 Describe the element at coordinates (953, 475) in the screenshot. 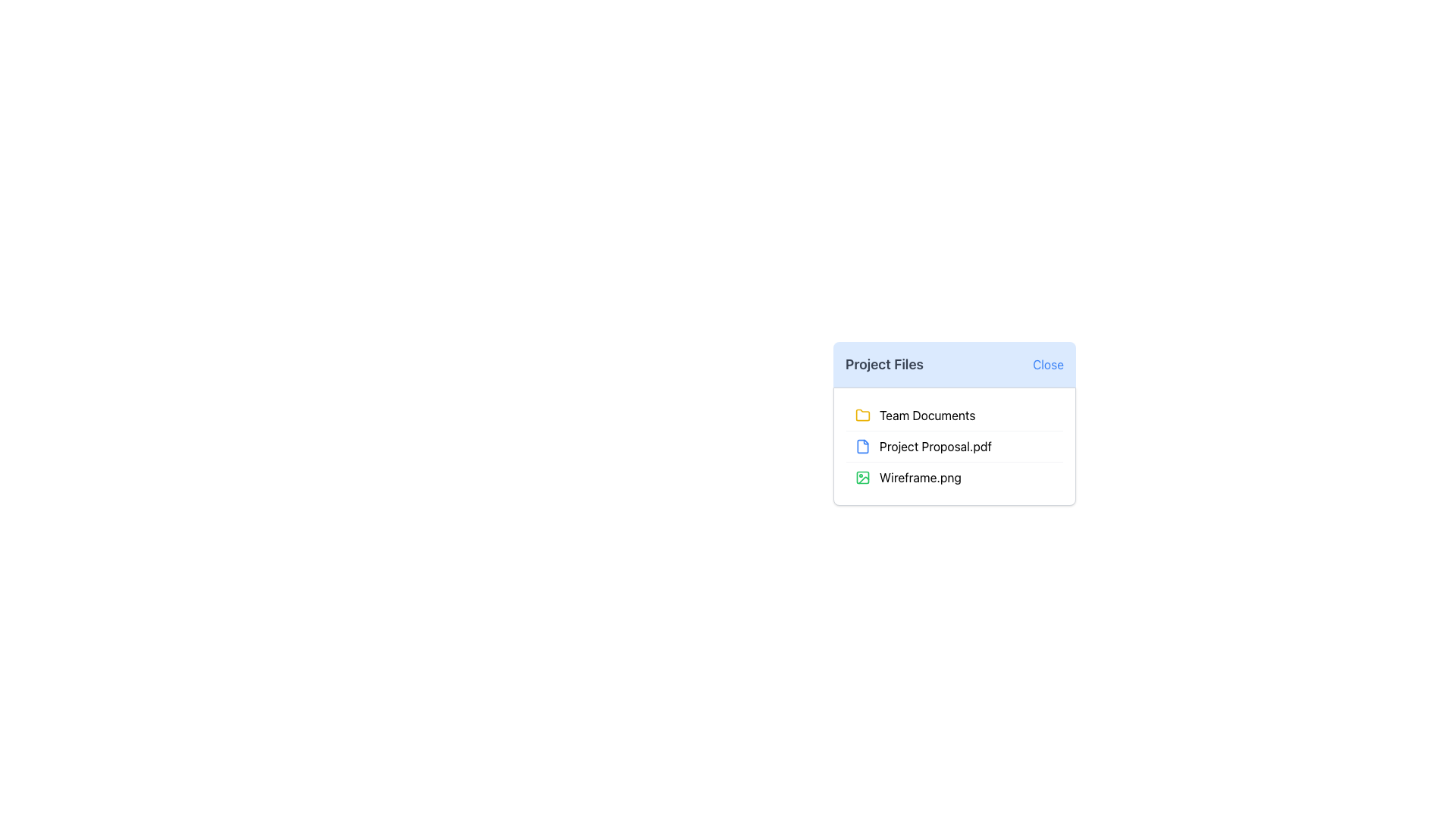

I see `the file entry row labeled 'Wireframe.png' with a green image icon` at that location.